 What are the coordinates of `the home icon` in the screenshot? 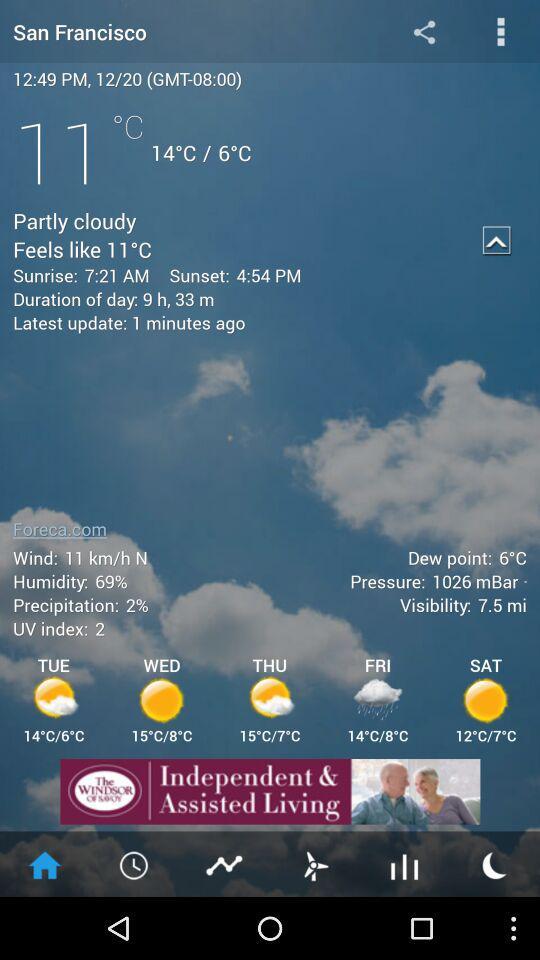 It's located at (44, 925).